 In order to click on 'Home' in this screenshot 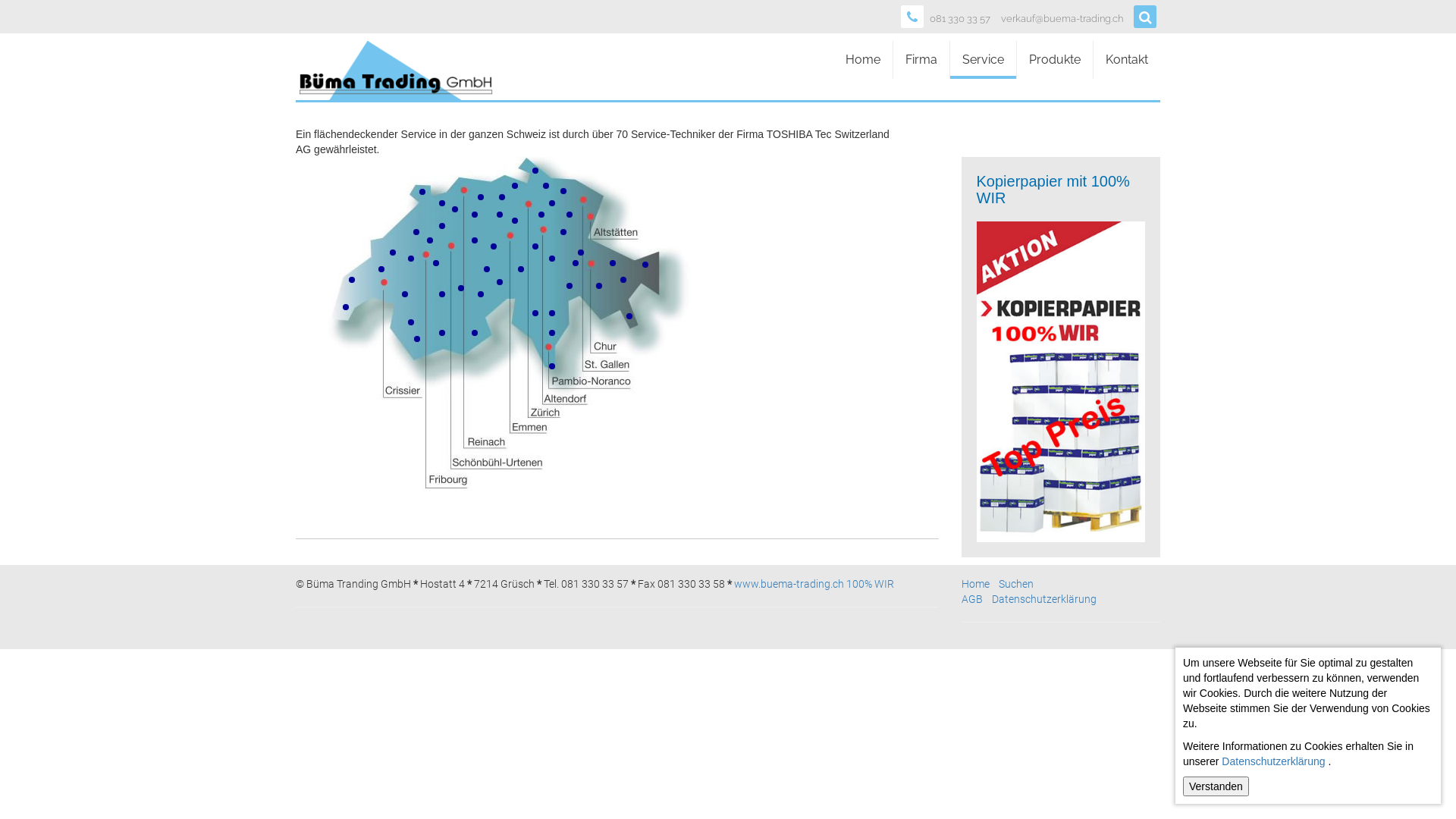, I will do `click(833, 58)`.